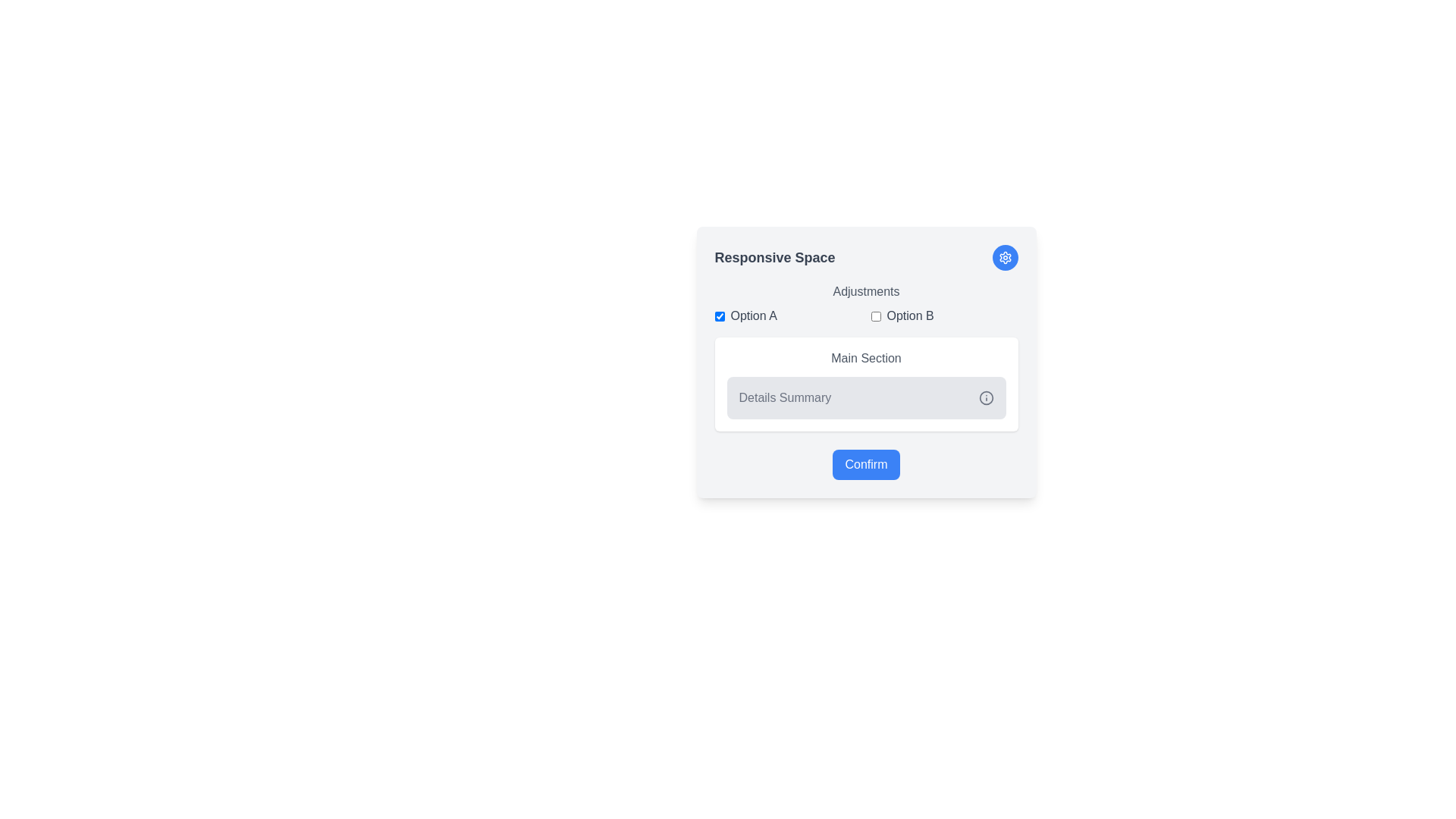 The image size is (1456, 819). What do you see at coordinates (876, 315) in the screenshot?
I see `the checkbox for 'Option B'` at bounding box center [876, 315].